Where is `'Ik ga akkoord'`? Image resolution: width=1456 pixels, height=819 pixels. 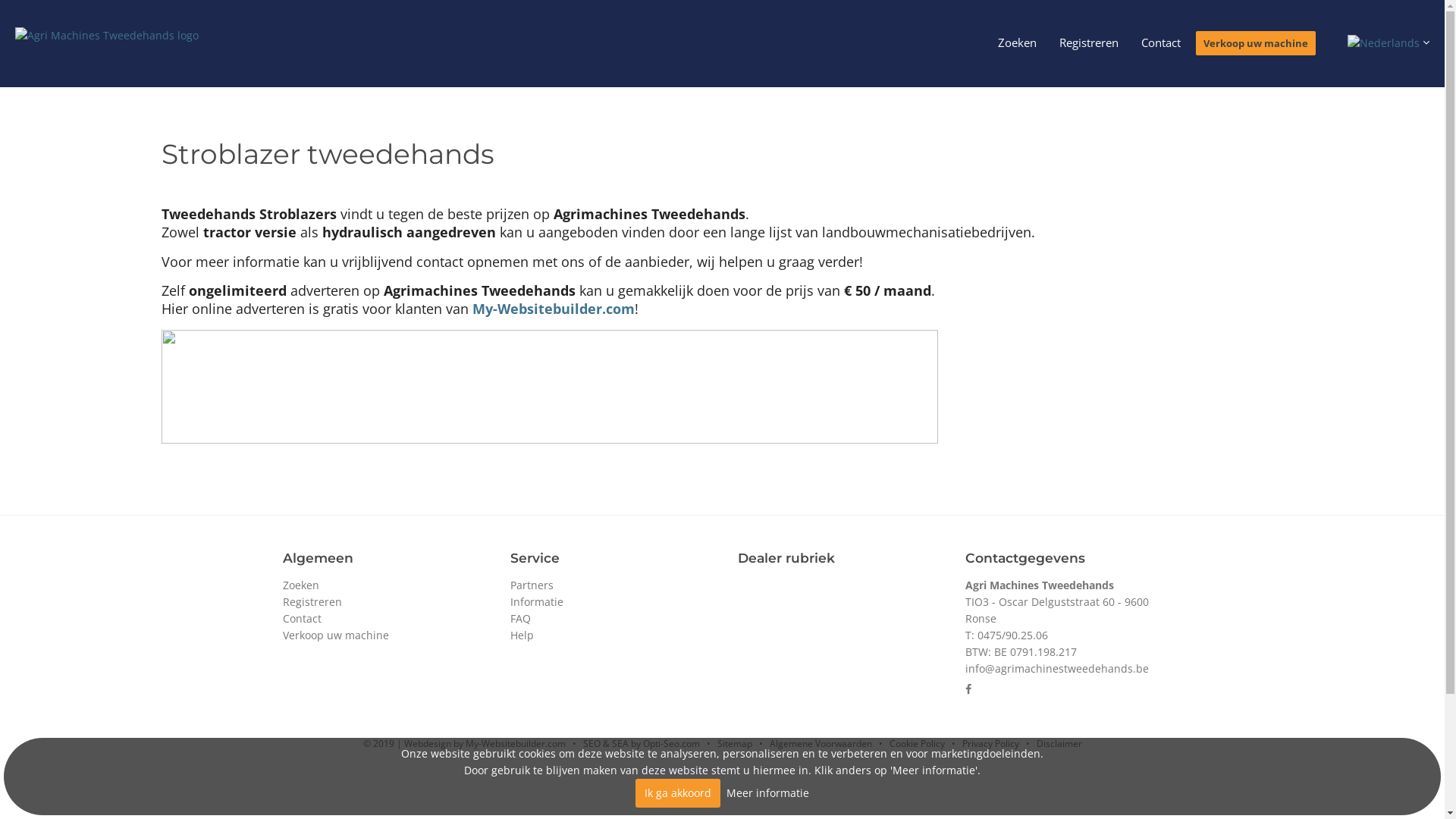
'Ik ga akkoord' is located at coordinates (676, 792).